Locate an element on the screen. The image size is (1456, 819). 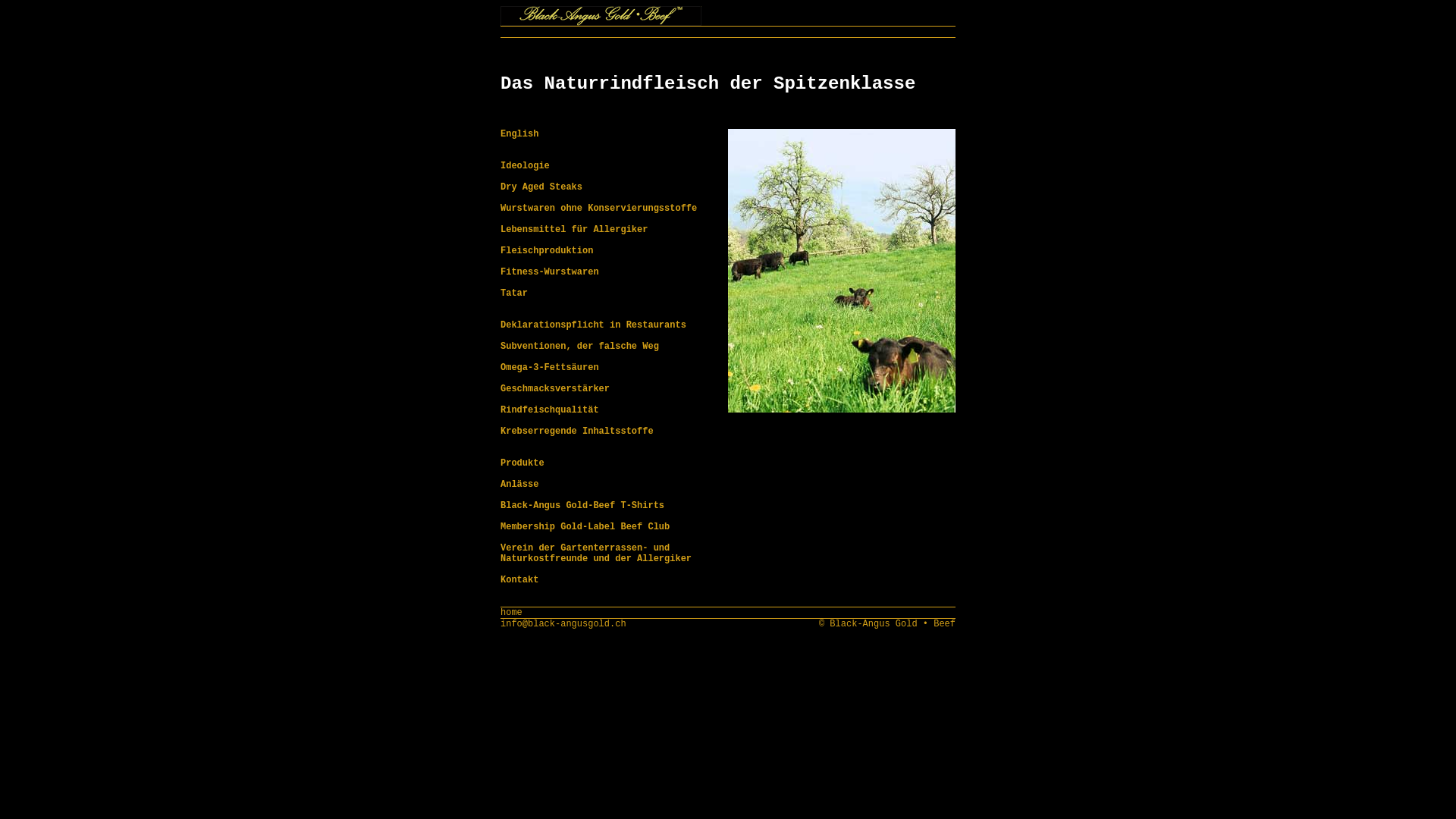
'English' is located at coordinates (519, 133).